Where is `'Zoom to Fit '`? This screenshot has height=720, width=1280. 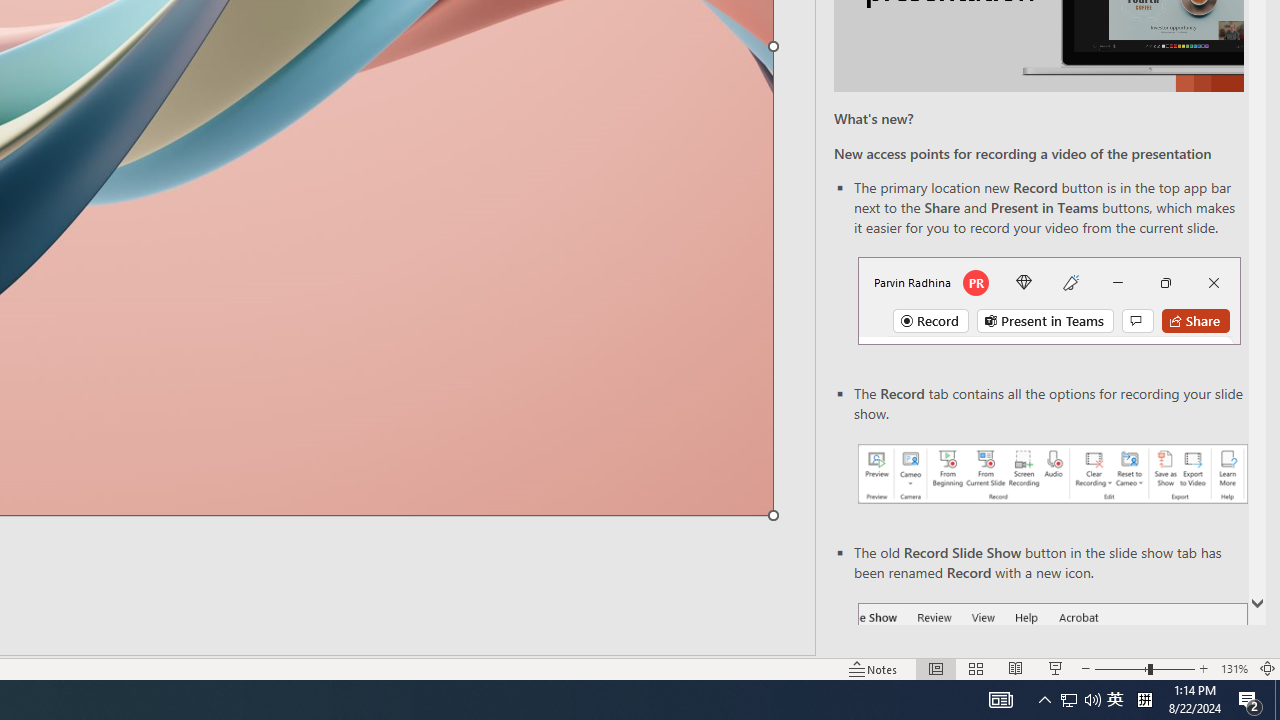
'Zoom to Fit ' is located at coordinates (1266, 669).